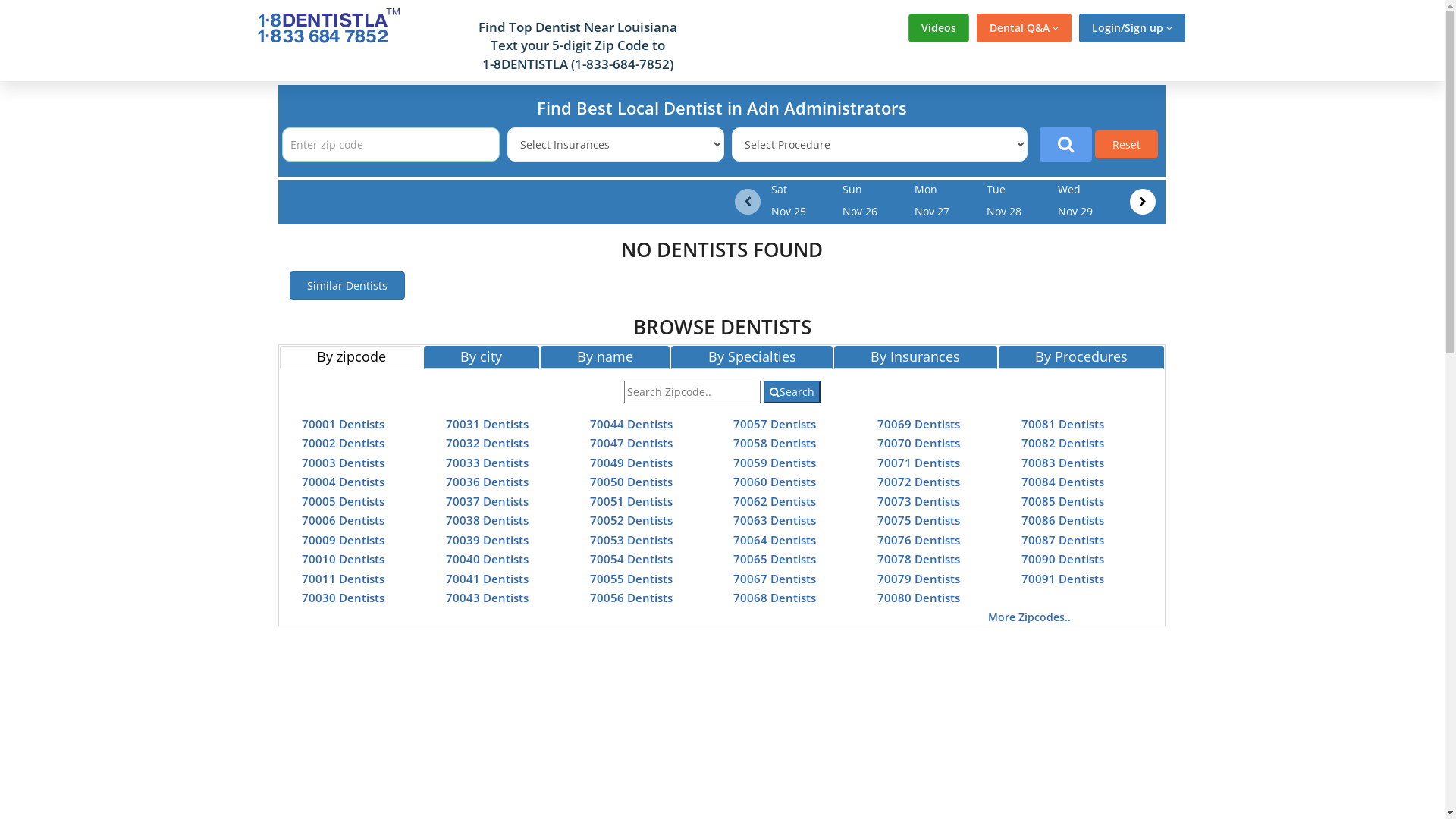 The image size is (1456, 819). I want to click on 'Reset', so click(1126, 144).